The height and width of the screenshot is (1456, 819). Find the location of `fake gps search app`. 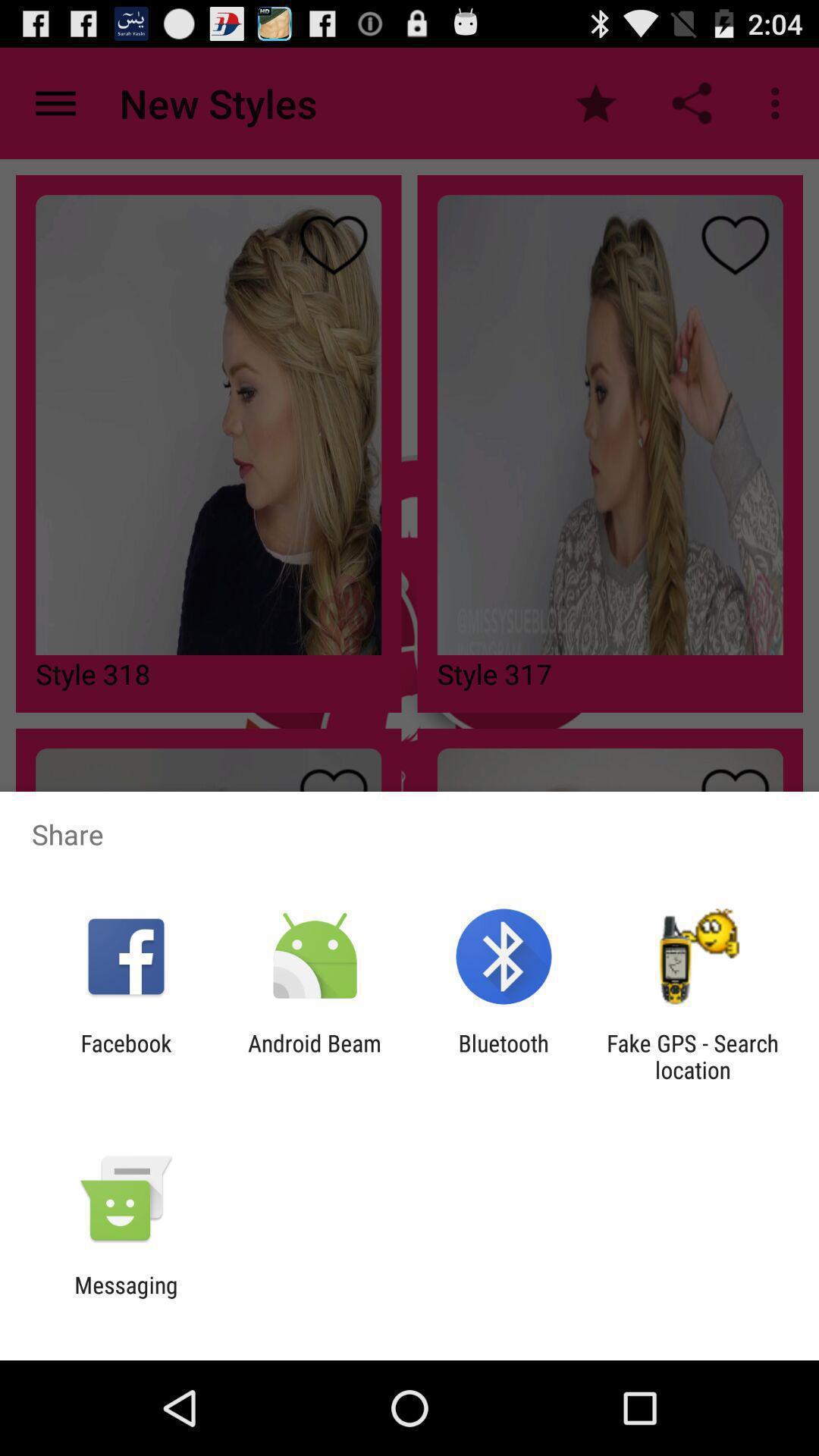

fake gps search app is located at coordinates (692, 1056).